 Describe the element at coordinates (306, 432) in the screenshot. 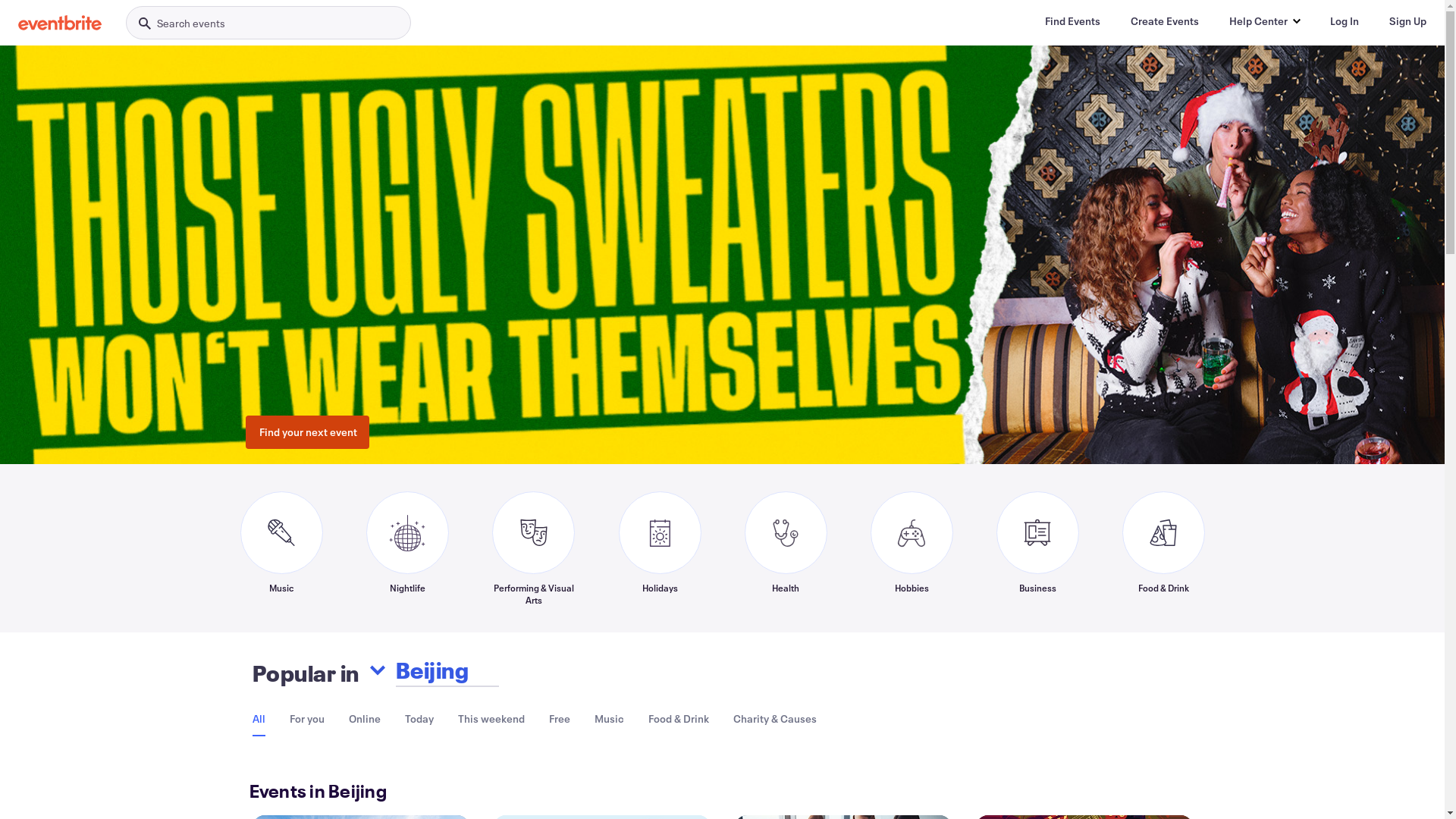

I see `'Find your next event'` at that location.